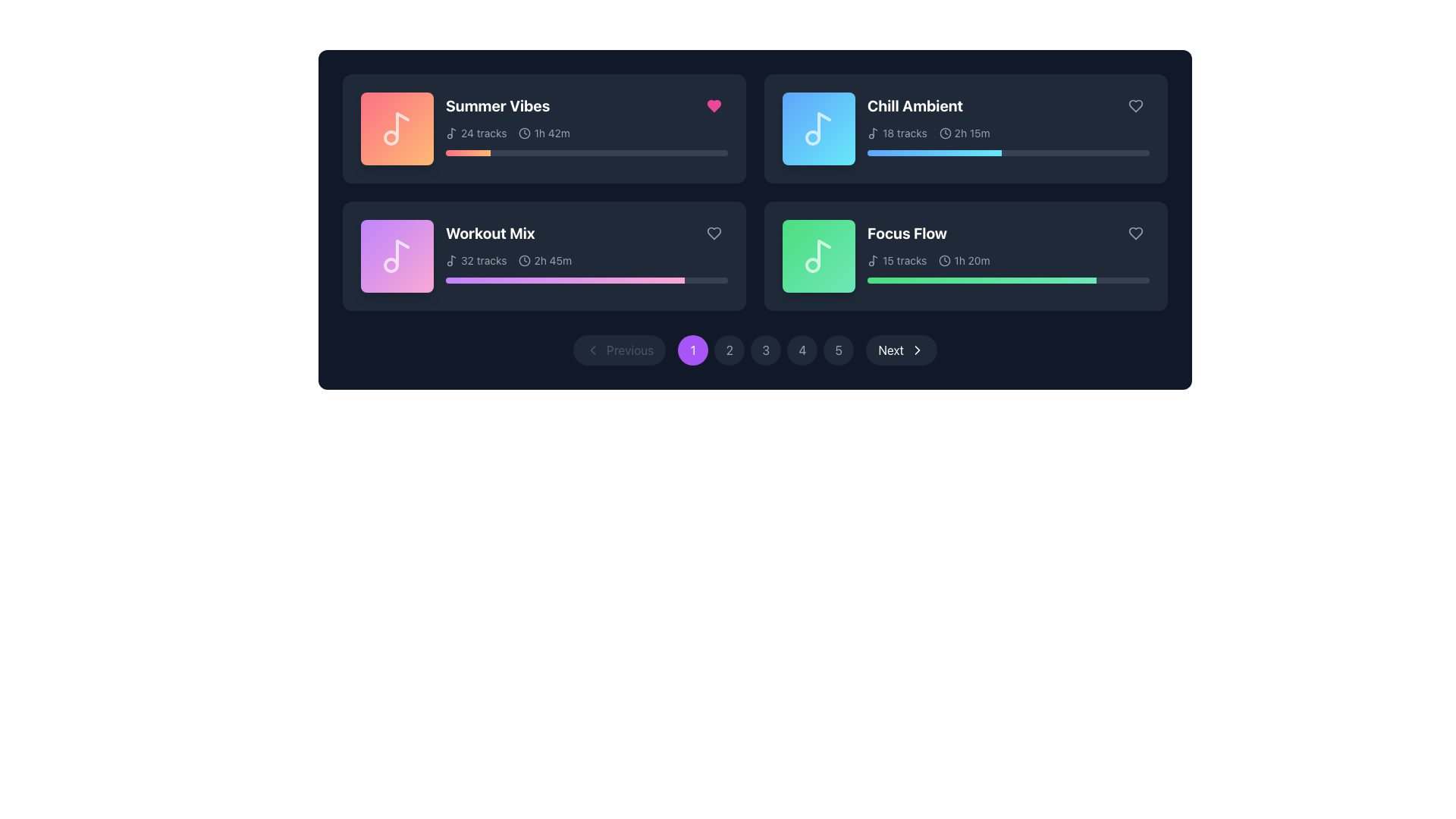  What do you see at coordinates (838, 350) in the screenshot?
I see `the circular button labeled '5' with a dark gray background` at bounding box center [838, 350].